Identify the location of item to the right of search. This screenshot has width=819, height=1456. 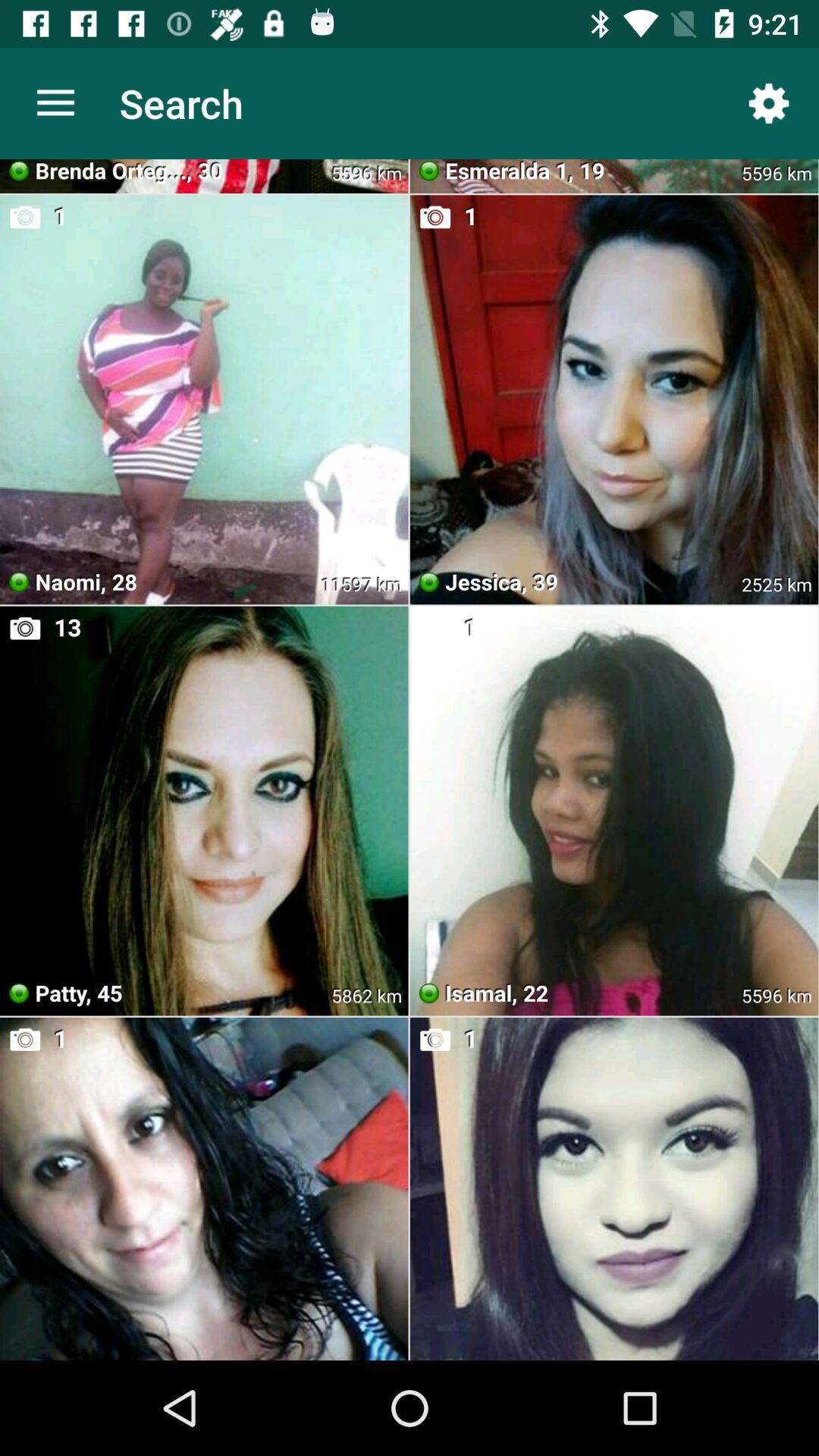
(769, 102).